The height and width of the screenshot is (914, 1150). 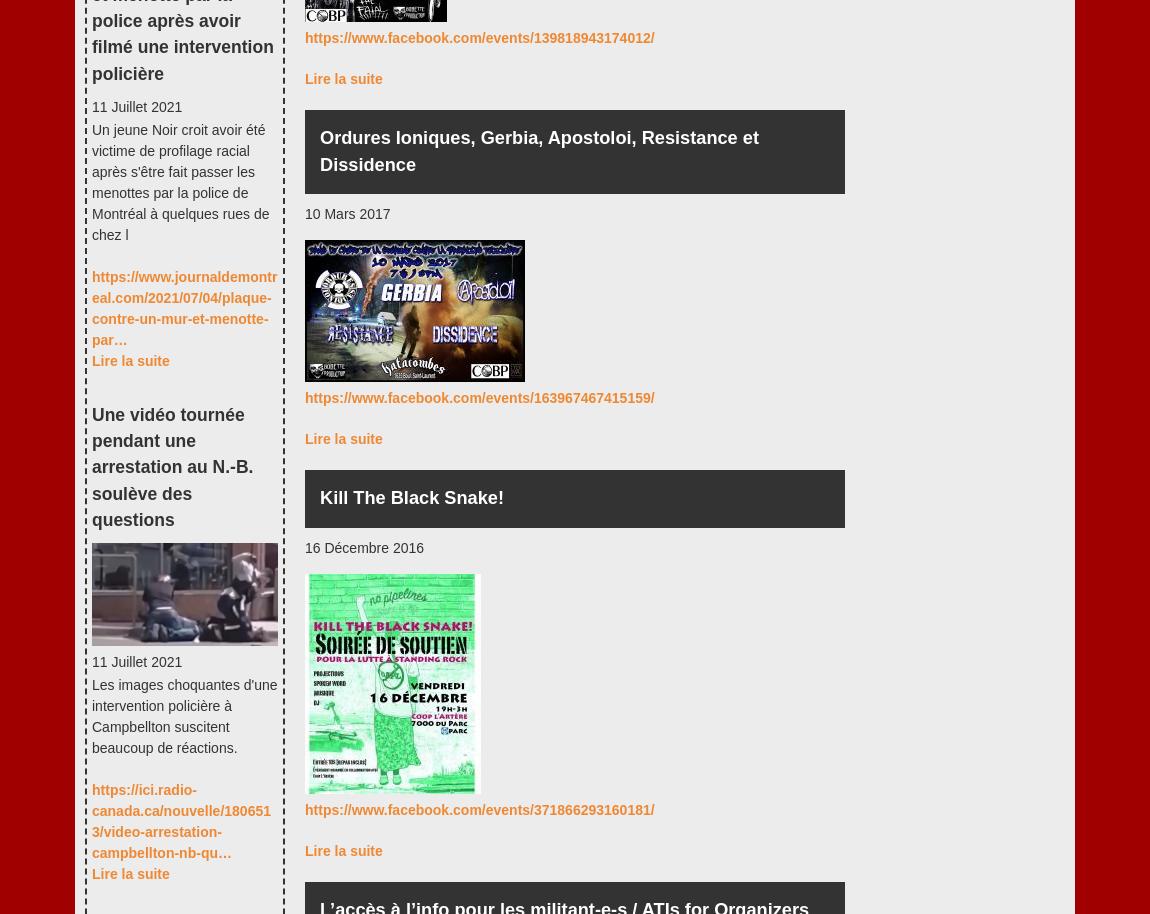 What do you see at coordinates (539, 149) in the screenshot?
I see `'Ordures Ioniques, Gerbia, Apostoloi, Resistance et Dissidence'` at bounding box center [539, 149].